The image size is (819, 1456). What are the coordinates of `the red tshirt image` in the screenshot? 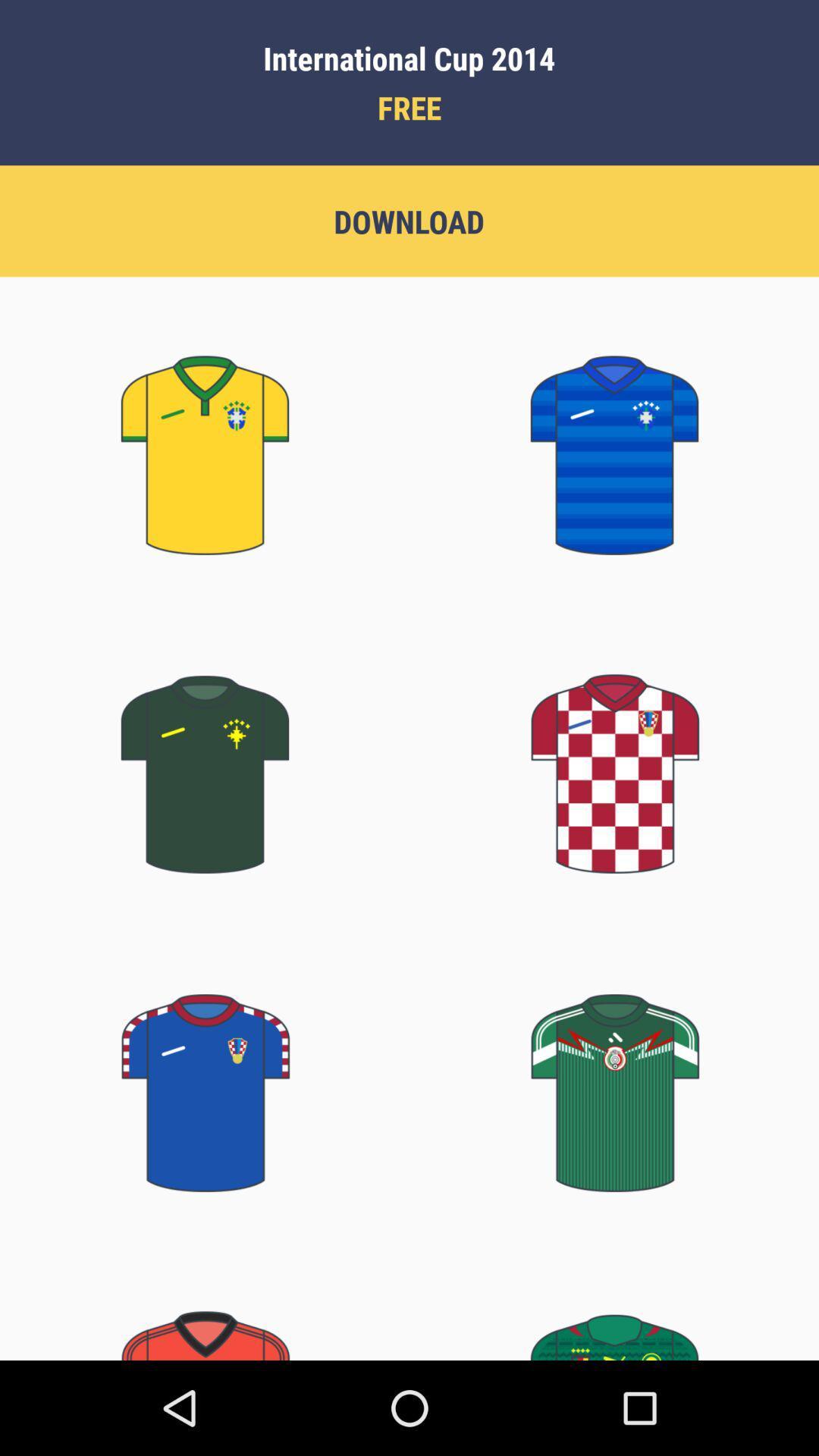 It's located at (614, 755).